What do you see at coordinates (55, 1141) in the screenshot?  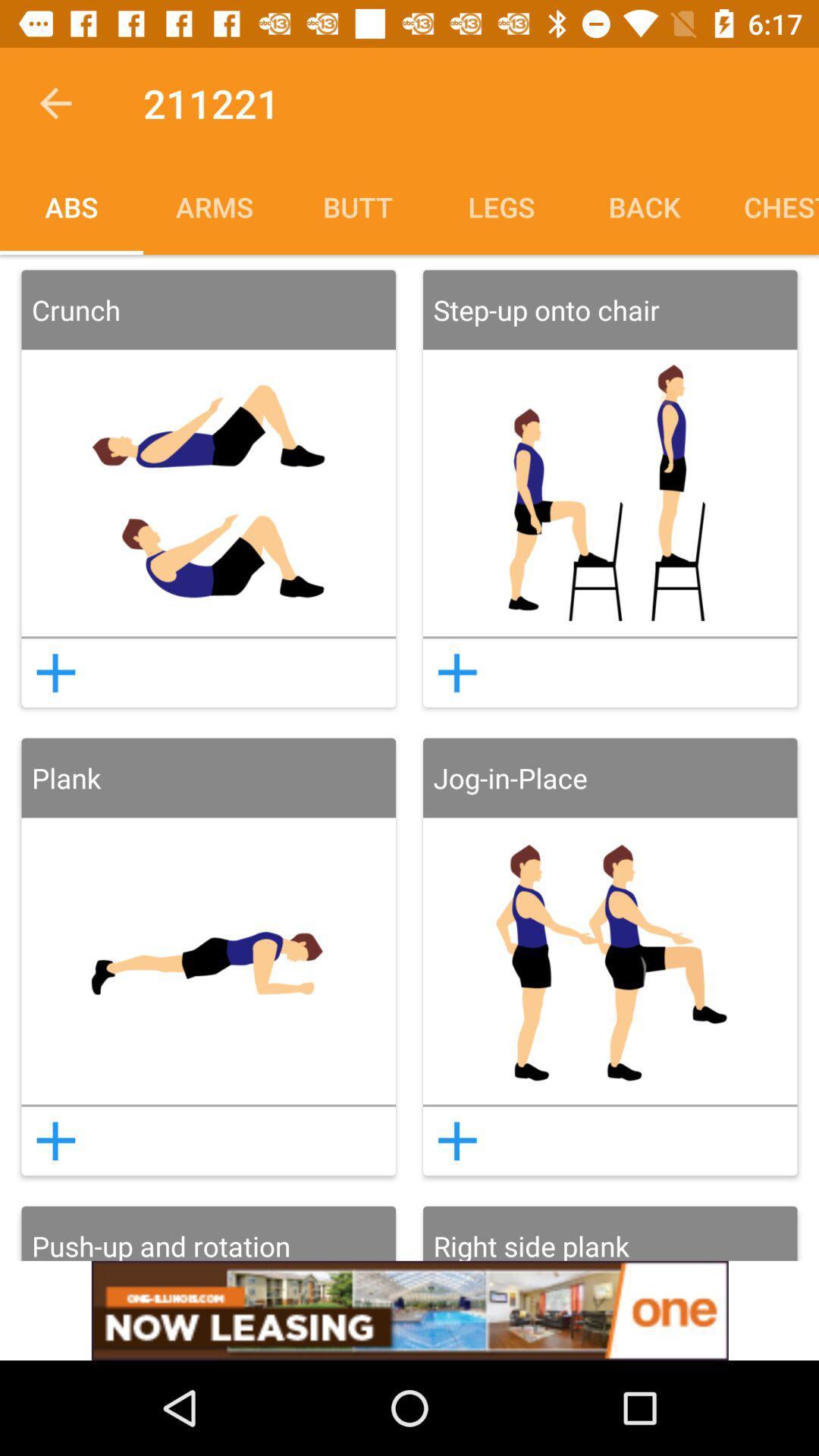 I see `to routine` at bounding box center [55, 1141].